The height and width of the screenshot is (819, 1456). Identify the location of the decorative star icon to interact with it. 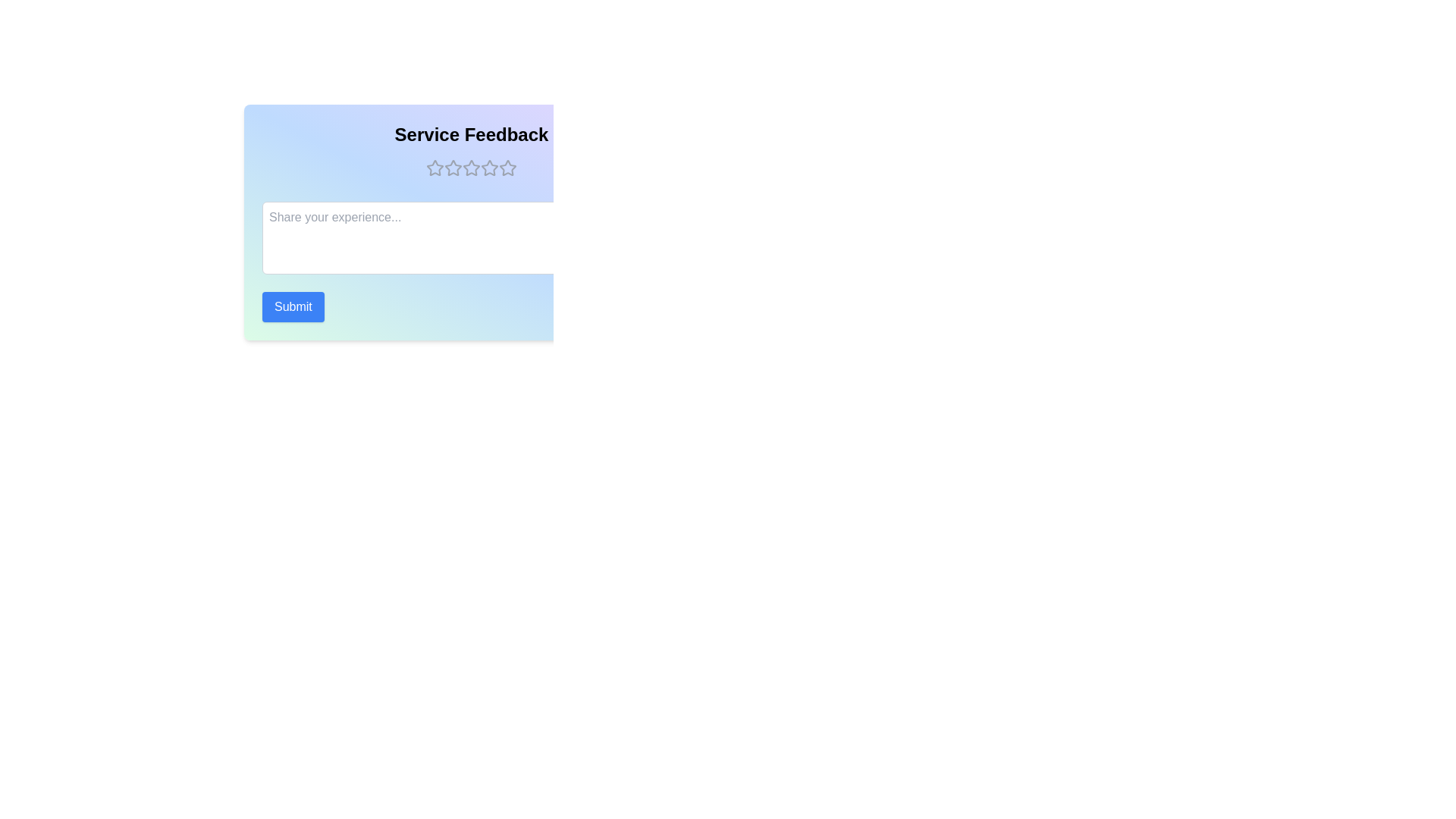
(435, 168).